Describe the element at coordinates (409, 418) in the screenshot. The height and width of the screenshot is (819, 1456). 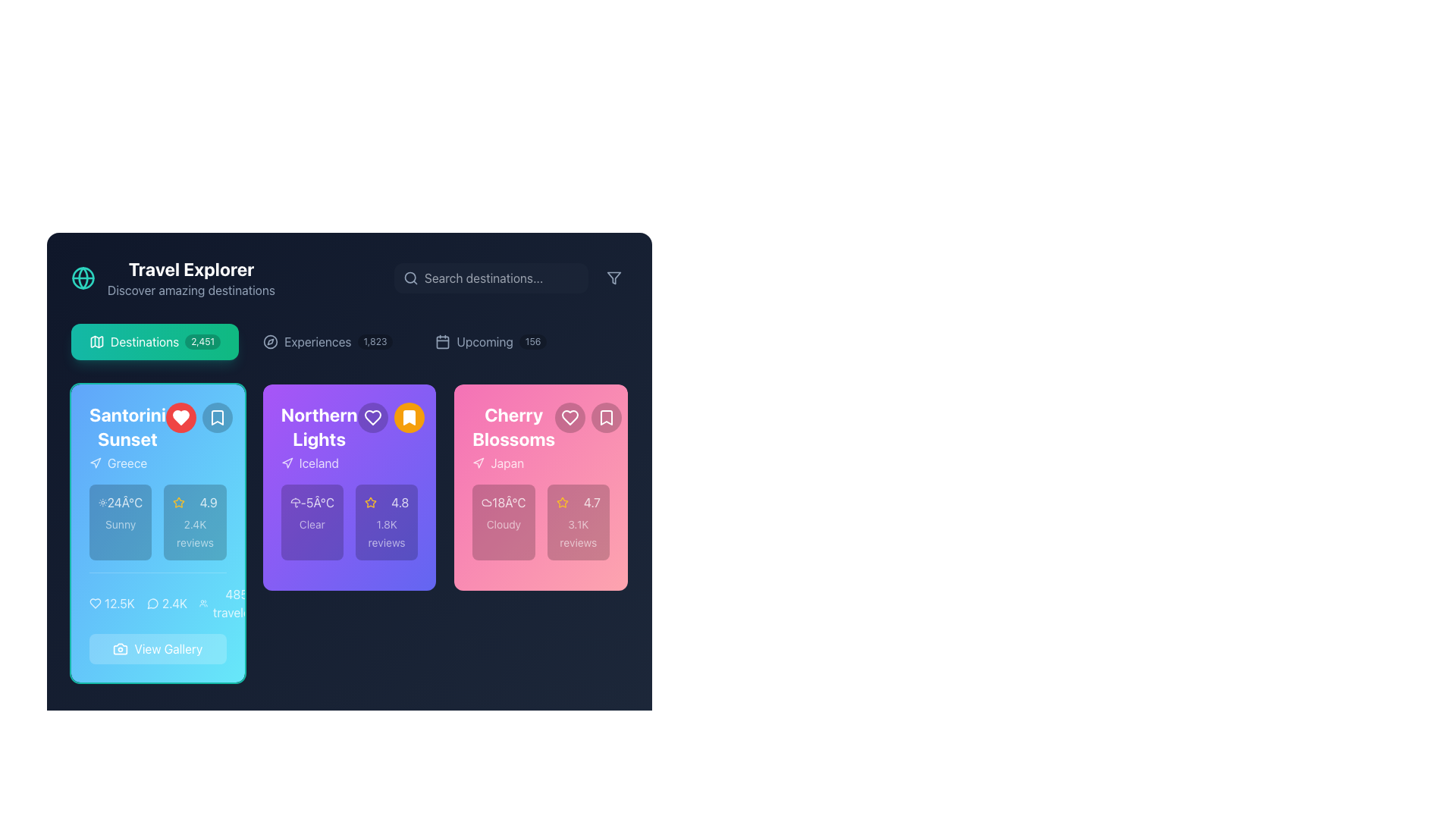
I see `the button for bookmarking located at the top-right corner of the 'Northern Lights' card` at that location.